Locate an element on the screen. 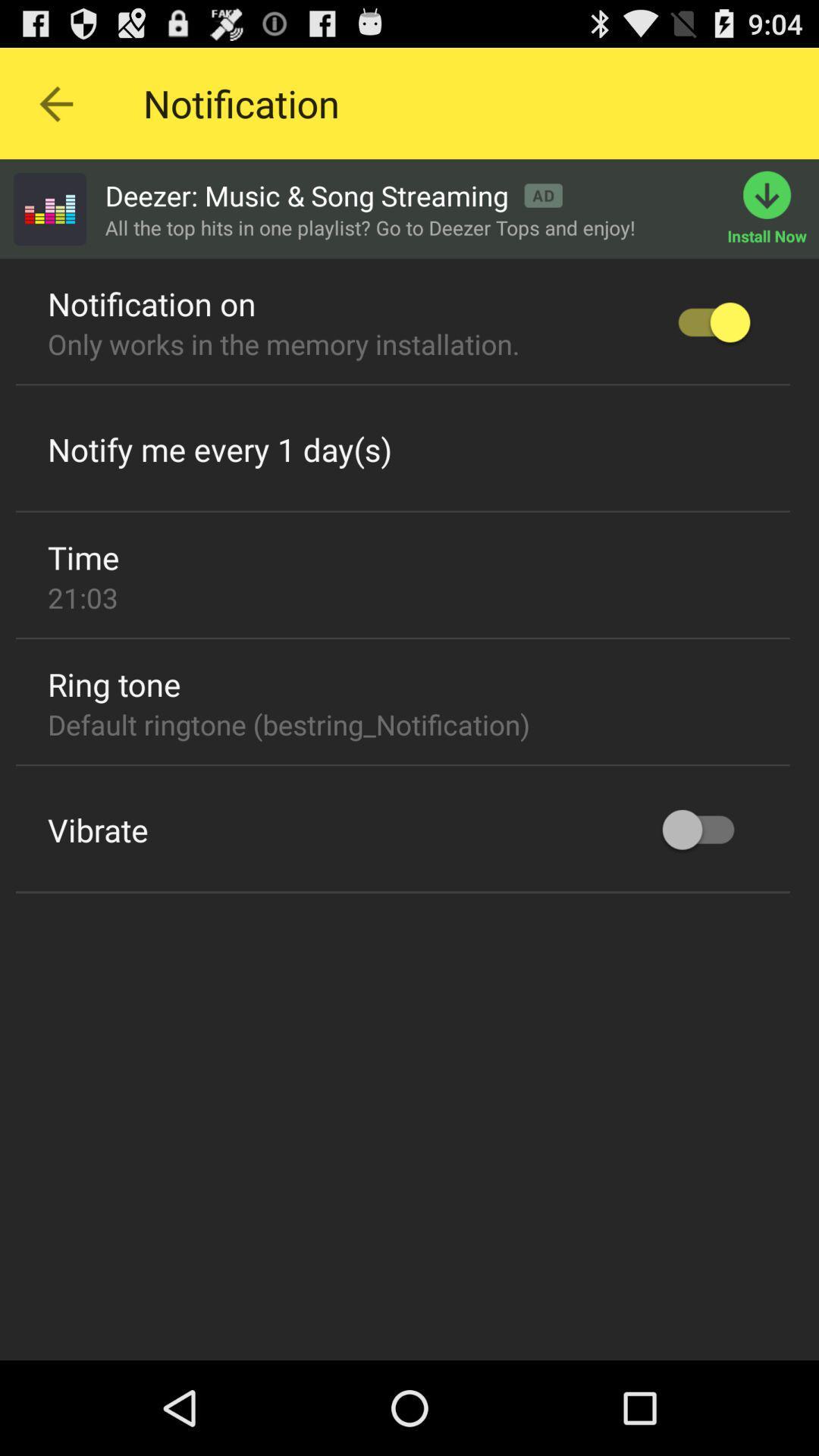 This screenshot has height=1456, width=819. the icon below only works in item is located at coordinates (402, 384).